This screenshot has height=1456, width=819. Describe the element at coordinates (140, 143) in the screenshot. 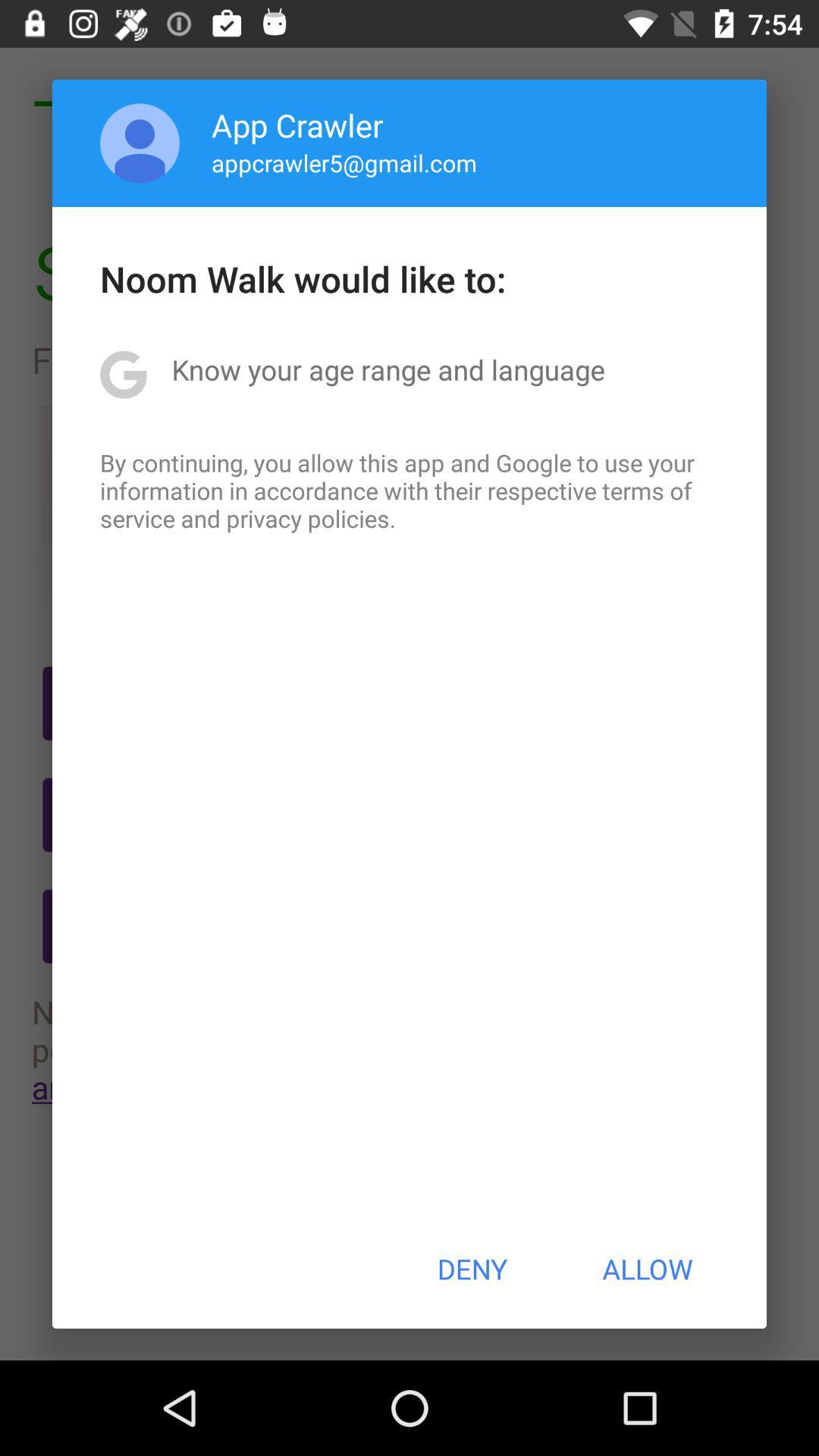

I see `item next to app crawler item` at that location.